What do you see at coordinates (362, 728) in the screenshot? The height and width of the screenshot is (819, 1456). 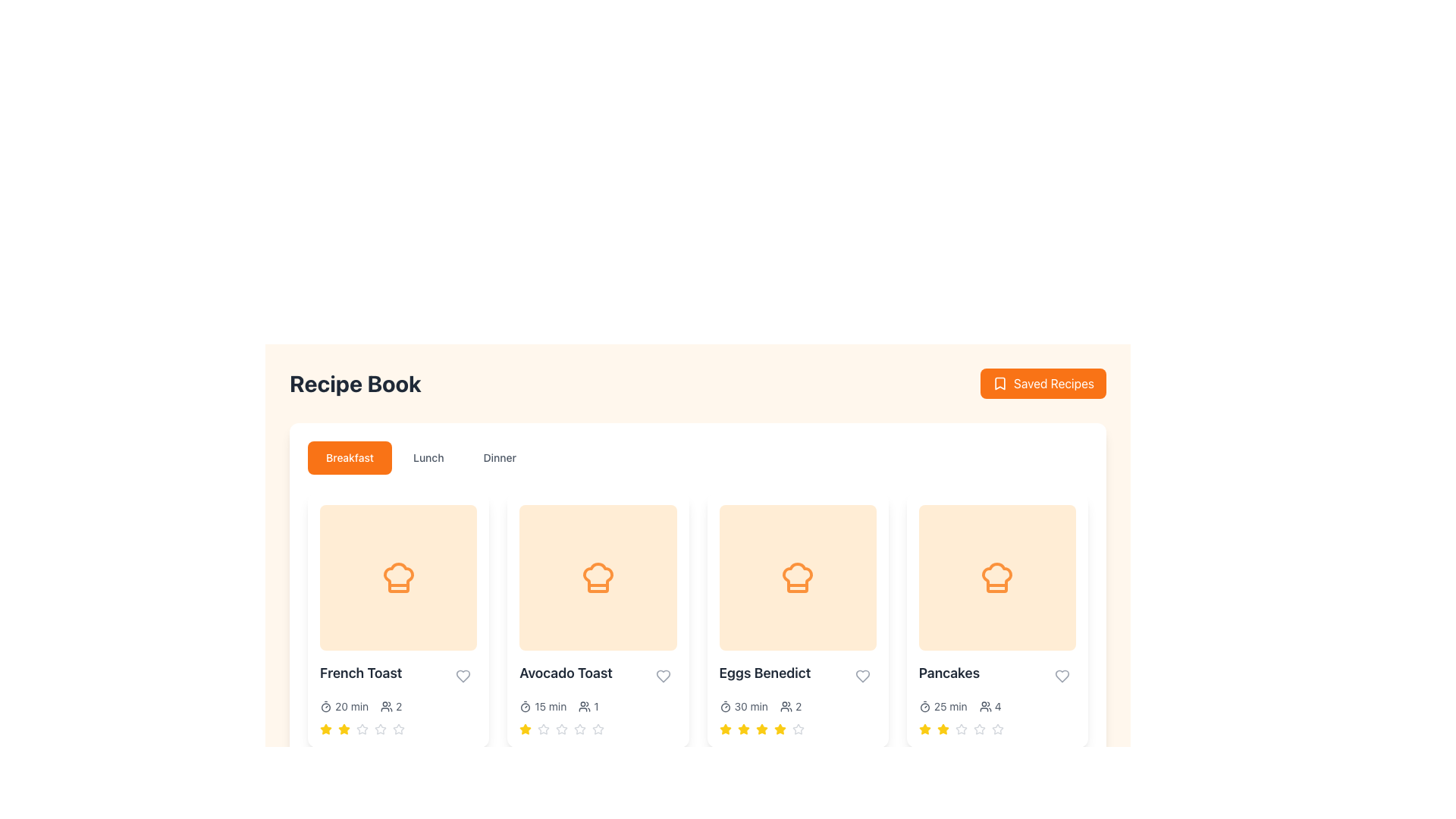 I see `the fourth star icon in the rating component below the 'French Toast' card to assign a rating of four stars` at bounding box center [362, 728].